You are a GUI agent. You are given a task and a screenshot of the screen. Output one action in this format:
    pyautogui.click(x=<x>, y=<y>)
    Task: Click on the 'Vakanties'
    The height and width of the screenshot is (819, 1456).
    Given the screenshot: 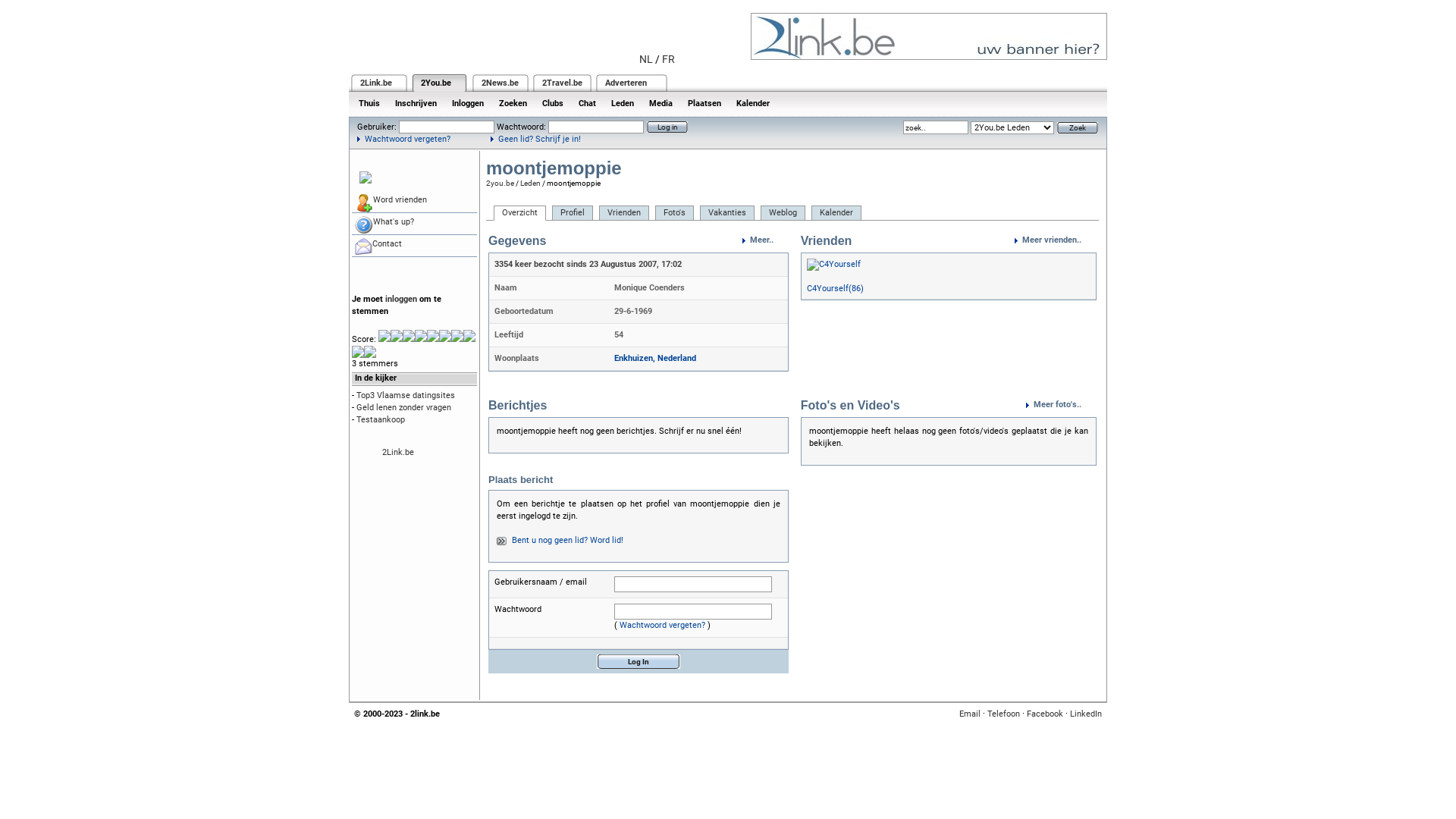 What is the action you would take?
    pyautogui.click(x=726, y=213)
    